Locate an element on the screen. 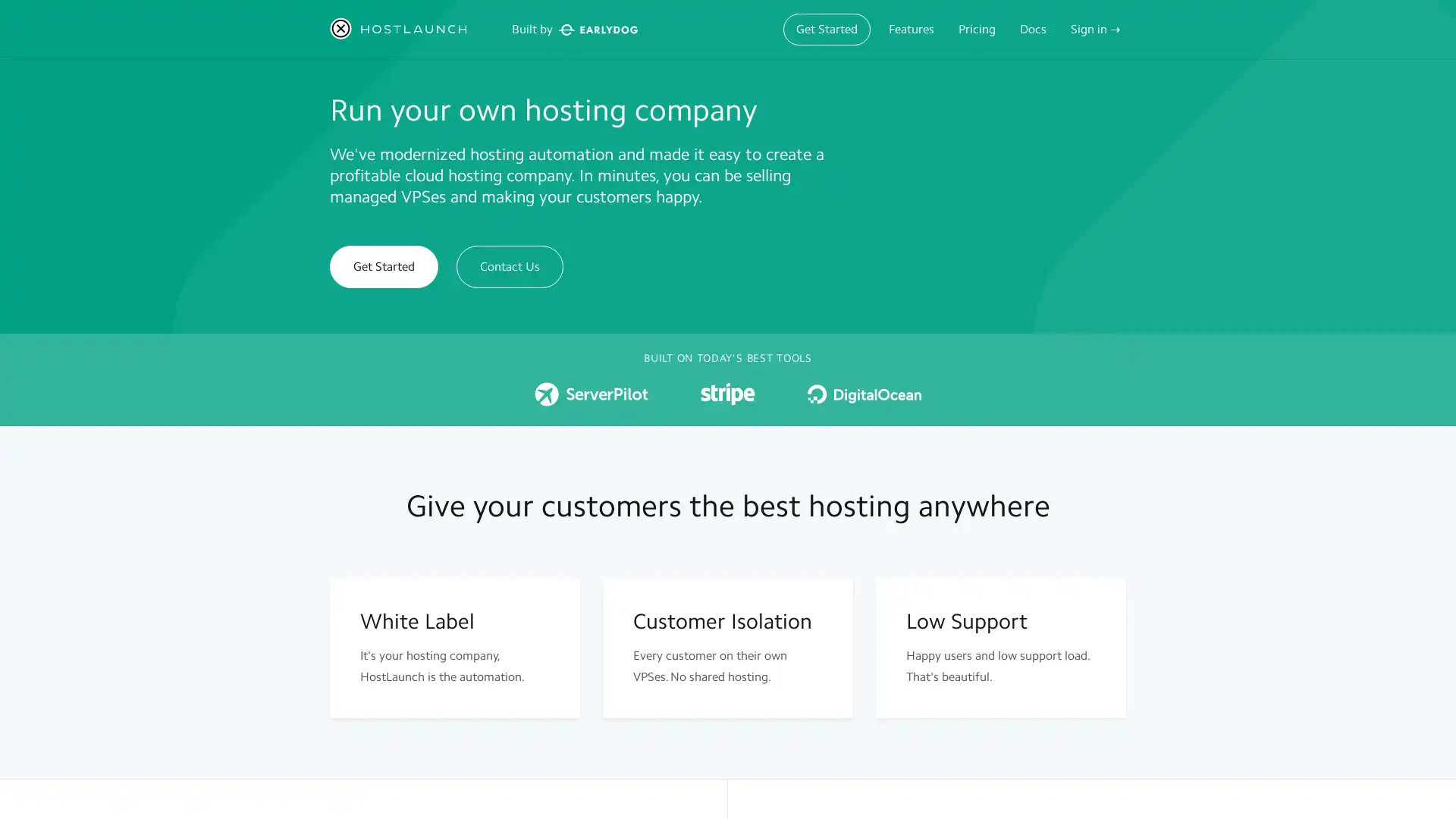 This screenshot has width=1456, height=819. Features is located at coordinates (910, 29).